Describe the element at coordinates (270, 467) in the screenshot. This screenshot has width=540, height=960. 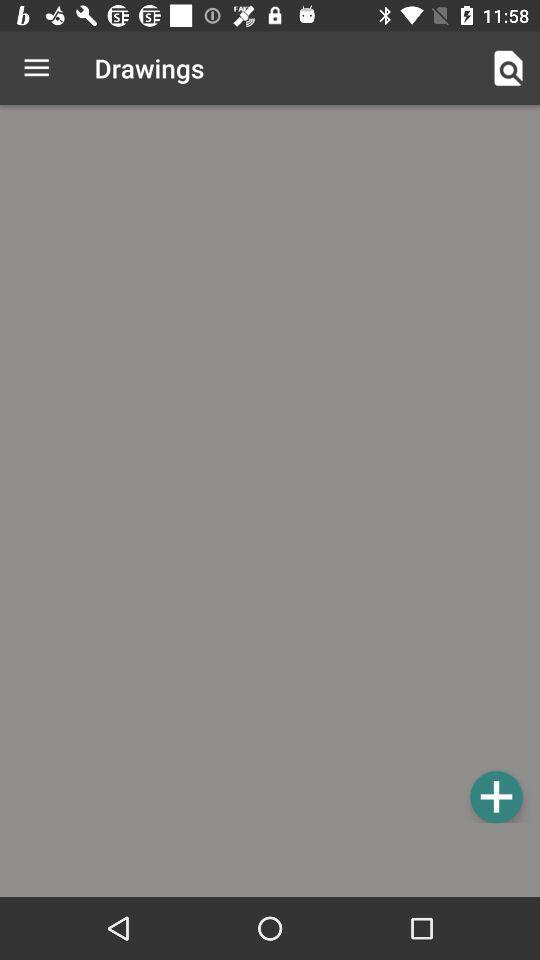
I see `area for drawing` at that location.